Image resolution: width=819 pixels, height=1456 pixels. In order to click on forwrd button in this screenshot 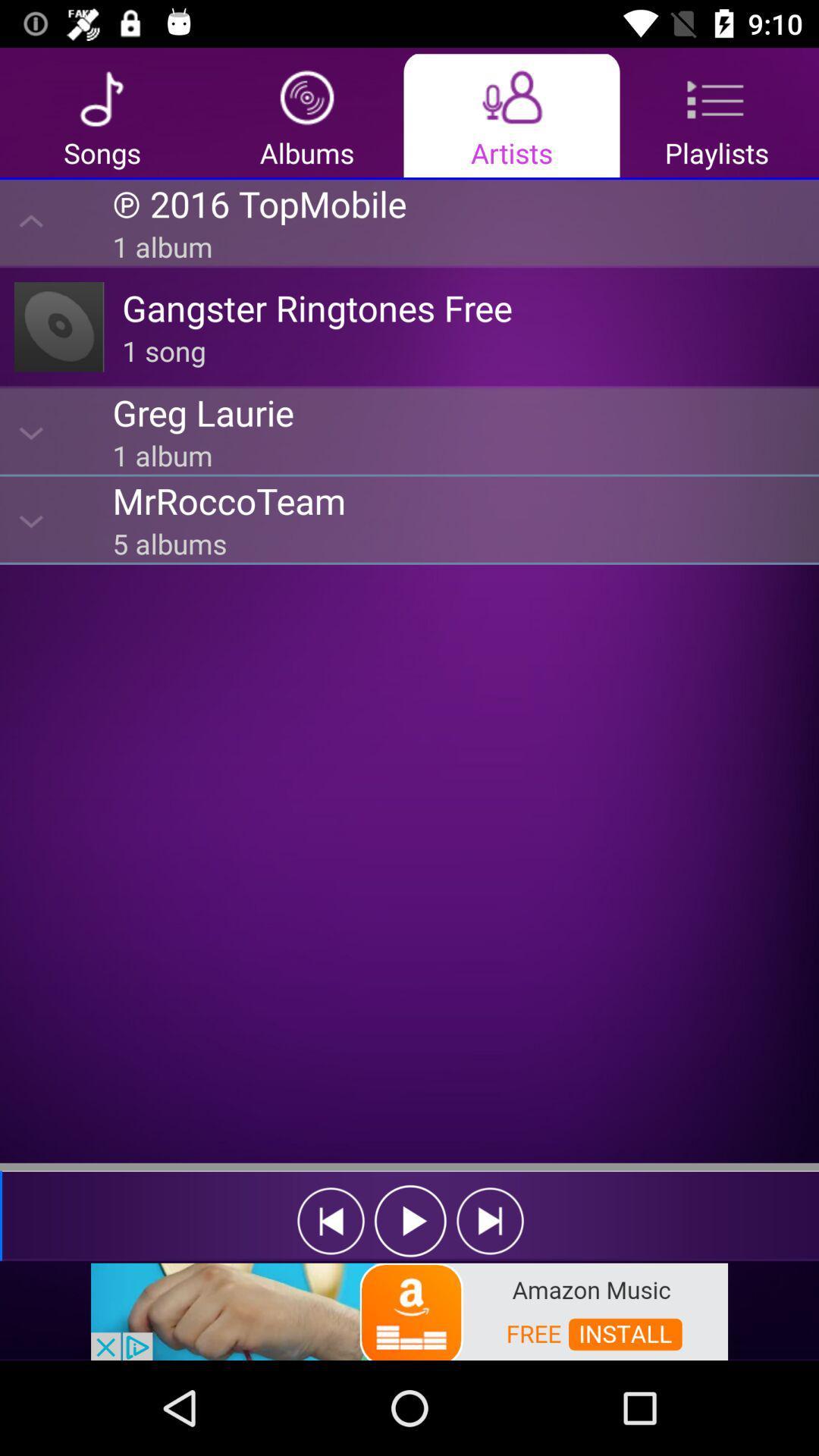, I will do `click(490, 1221)`.